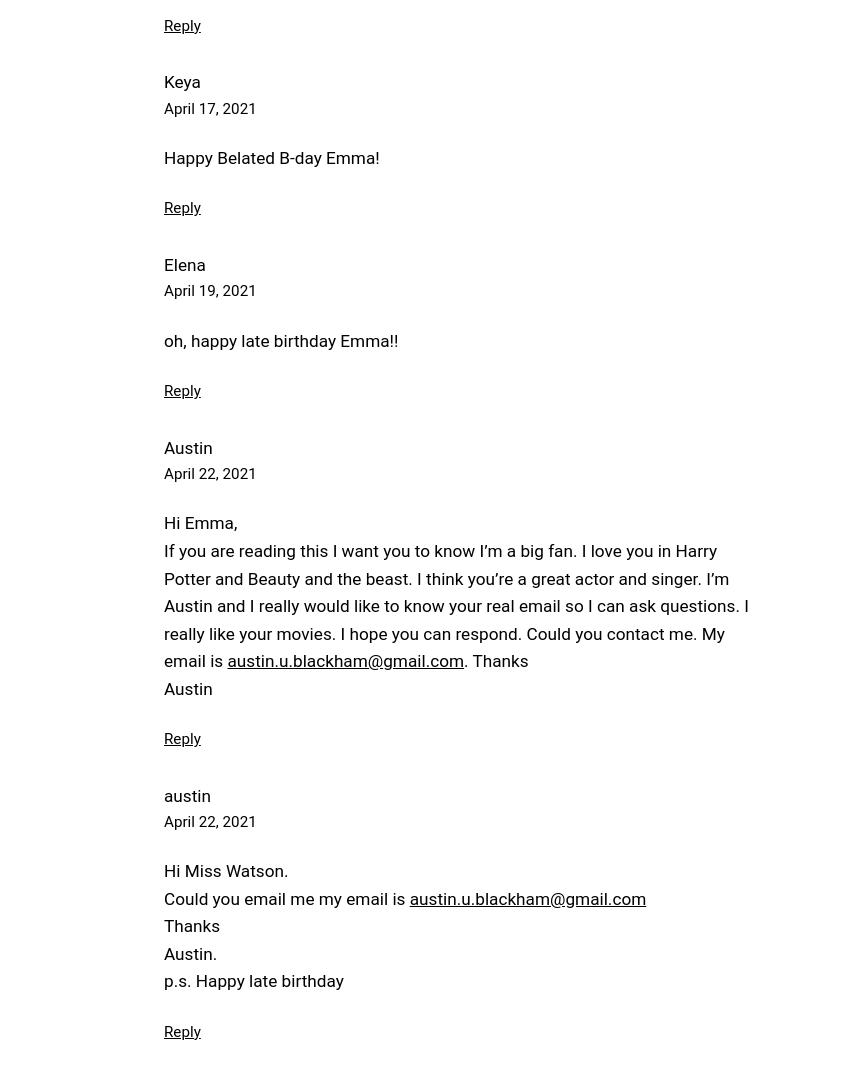 Image resolution: width=850 pixels, height=1074 pixels. What do you see at coordinates (226, 870) in the screenshot?
I see `'Hi Miss Watson.'` at bounding box center [226, 870].